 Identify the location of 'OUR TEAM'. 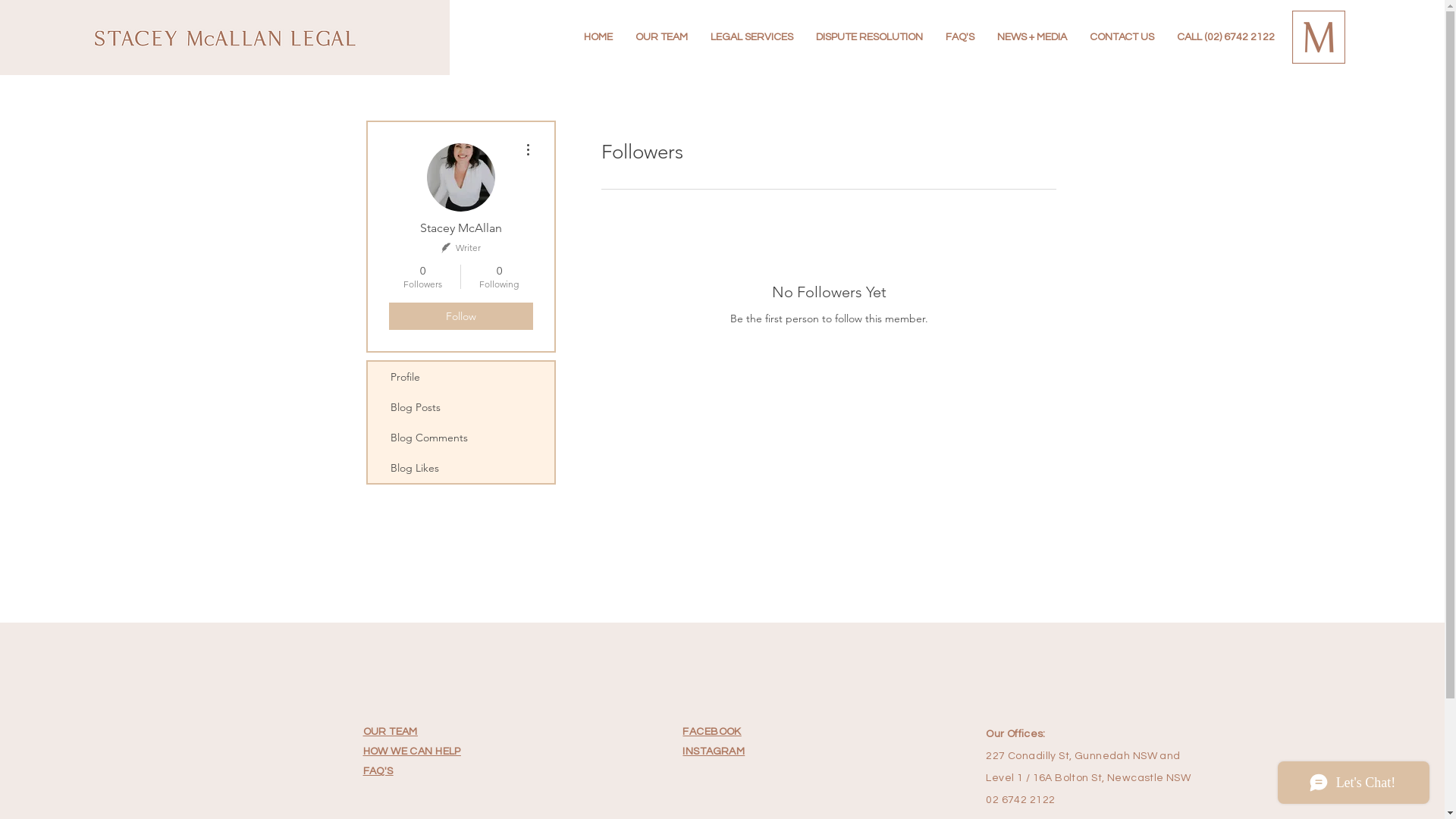
(390, 730).